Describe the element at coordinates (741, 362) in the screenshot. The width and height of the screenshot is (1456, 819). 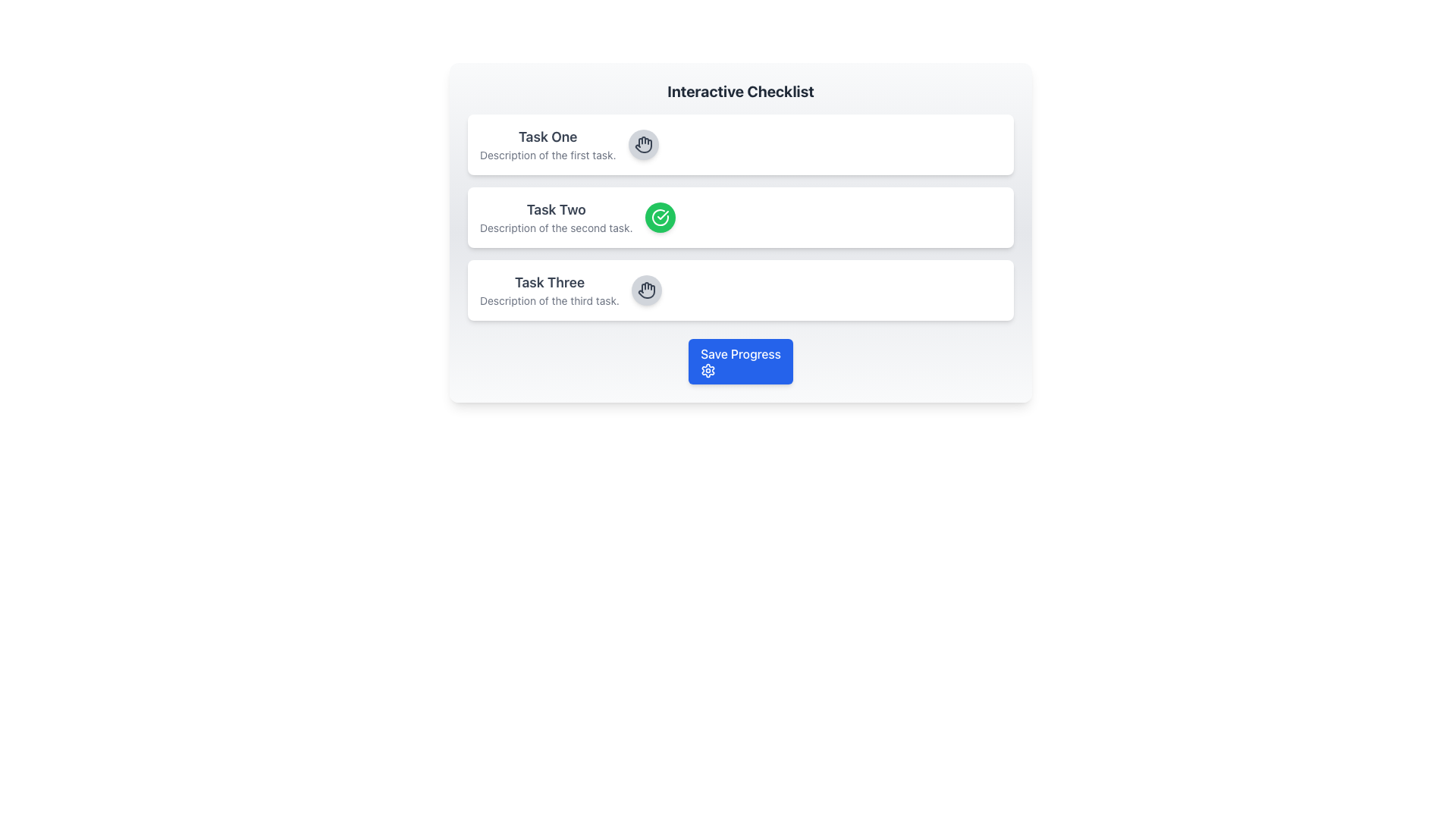
I see `the save button located in the bottom section of the centered group` at that location.